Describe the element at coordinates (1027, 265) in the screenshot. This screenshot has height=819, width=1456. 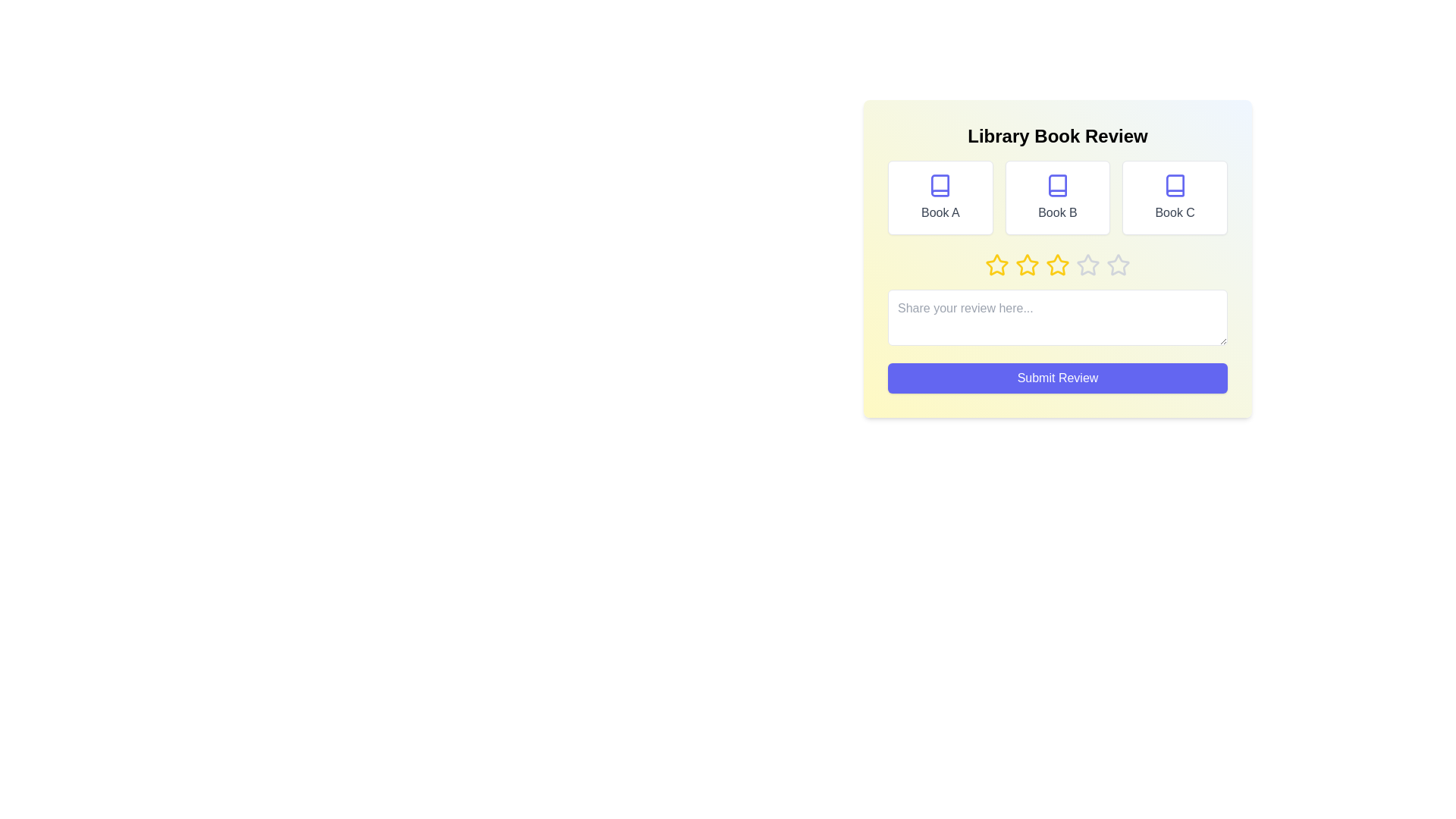
I see `the star corresponding to 2 to preview the rating` at that location.